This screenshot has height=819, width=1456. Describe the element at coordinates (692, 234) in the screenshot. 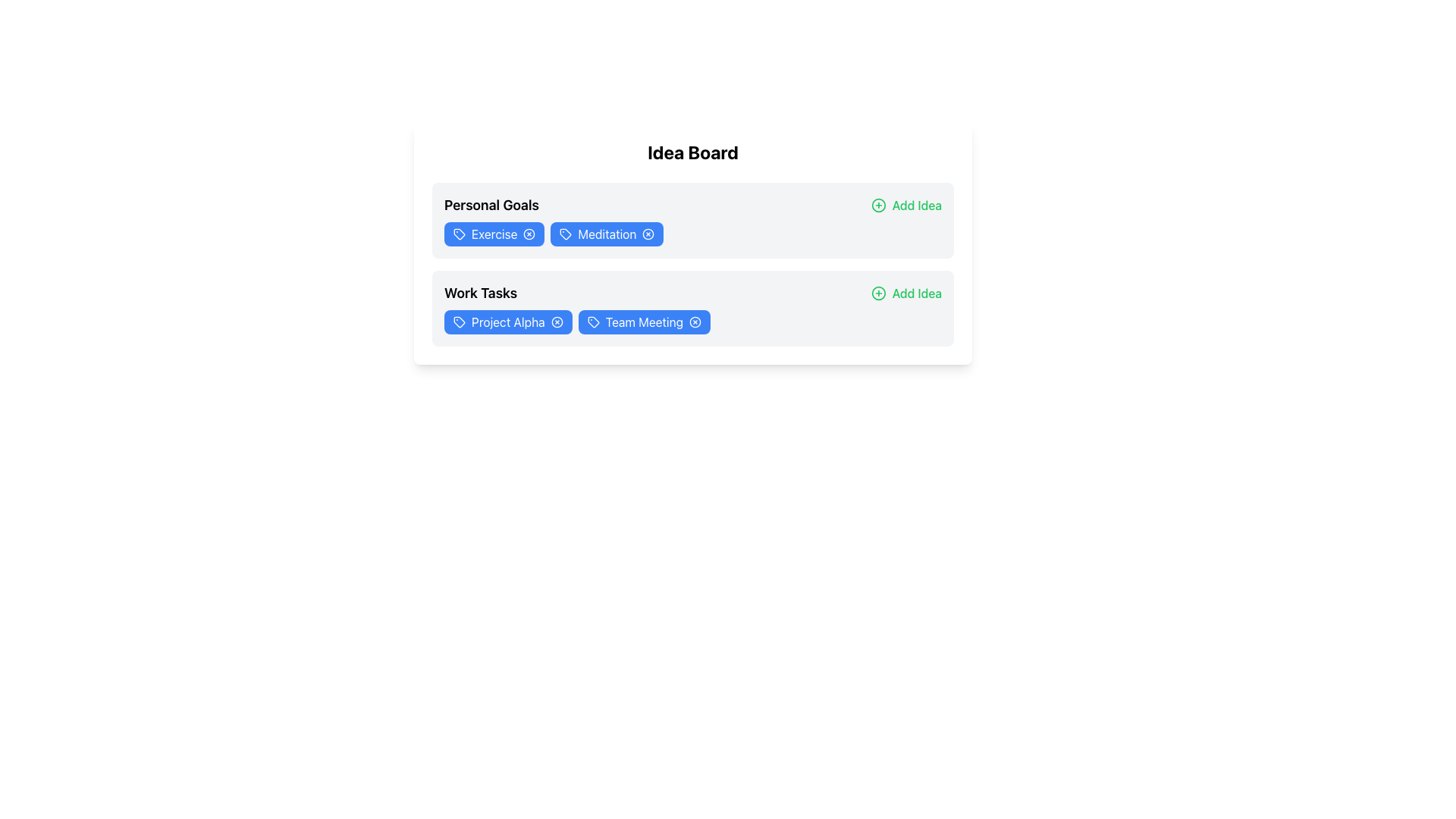

I see `the tag within the 'Personal Goals' section that displays 'Exercise' or 'Meditation'` at that location.